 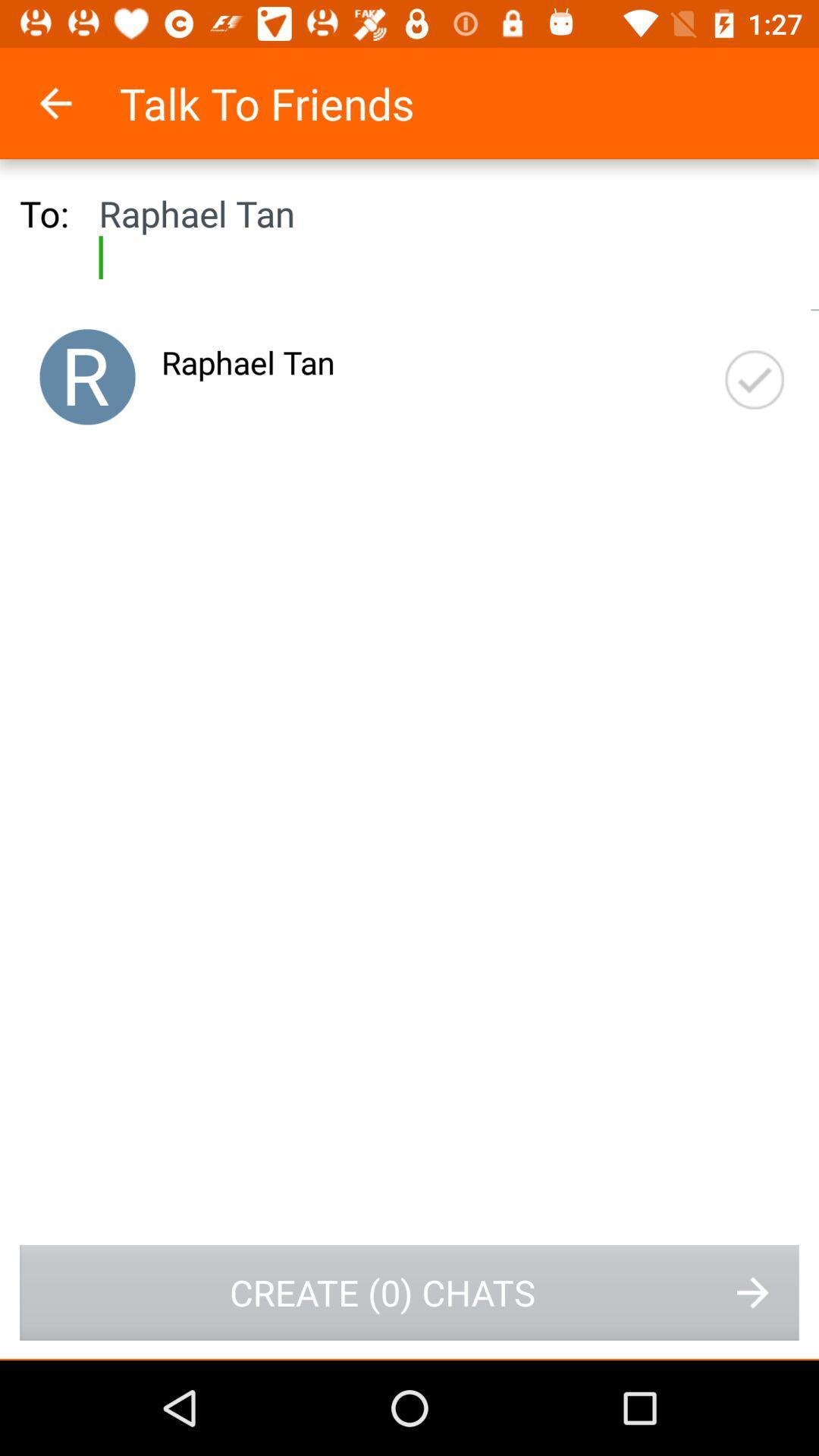 What do you see at coordinates (87, 377) in the screenshot?
I see `item next to the raphael tan` at bounding box center [87, 377].